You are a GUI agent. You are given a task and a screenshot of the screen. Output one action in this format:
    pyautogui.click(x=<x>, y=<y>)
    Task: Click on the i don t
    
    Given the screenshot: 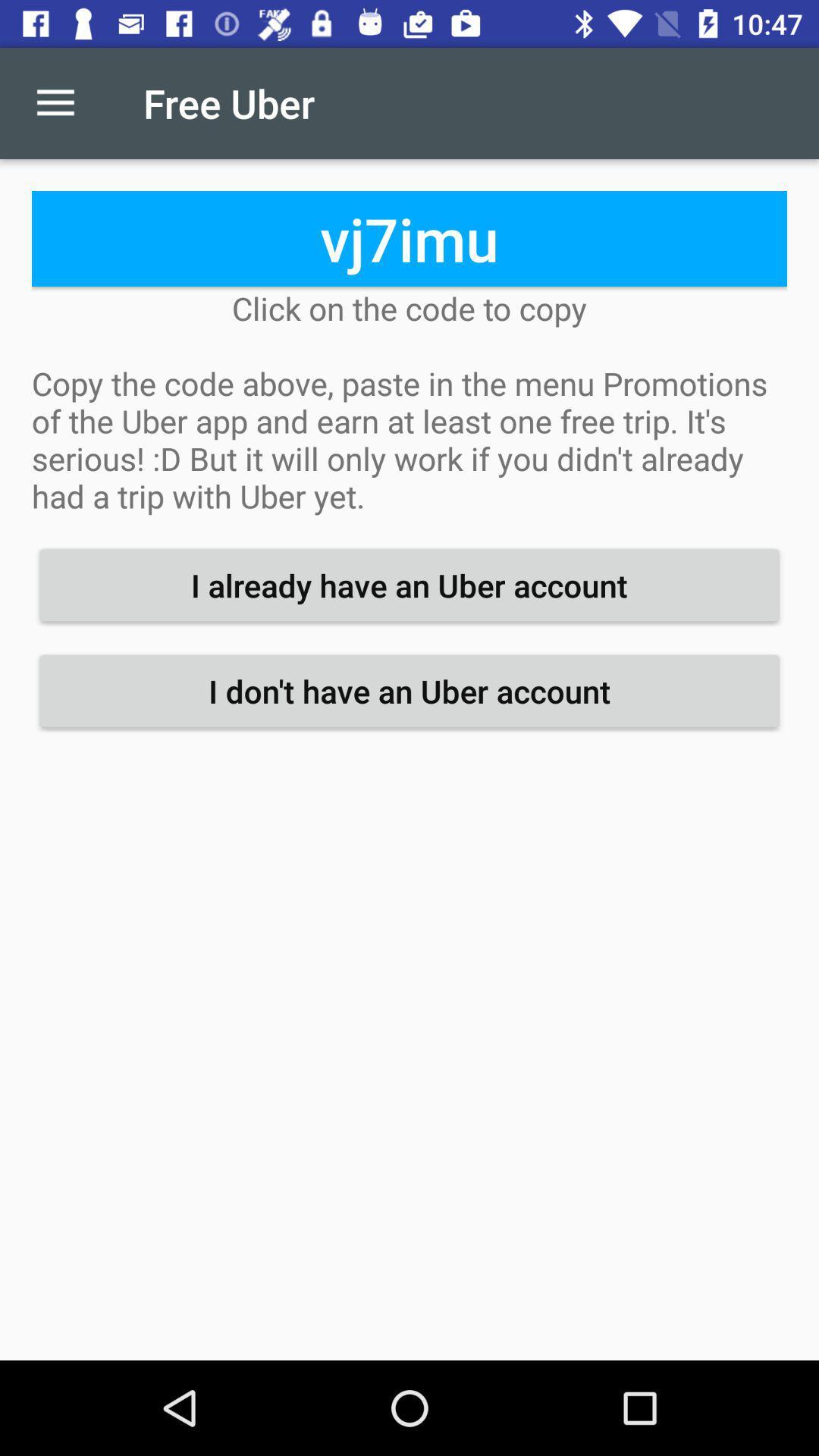 What is the action you would take?
    pyautogui.click(x=409, y=690)
    